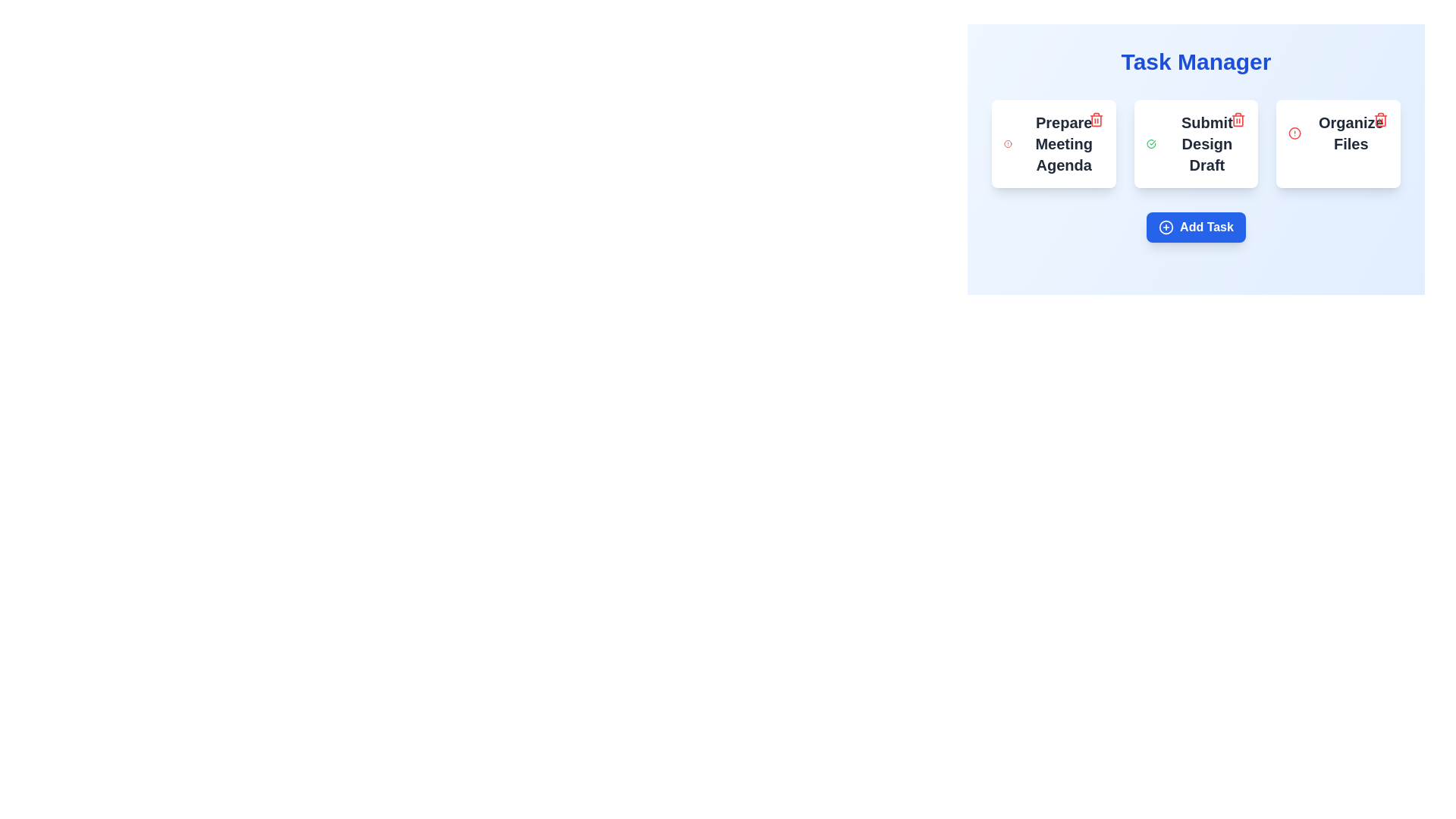 The height and width of the screenshot is (819, 1456). Describe the element at coordinates (1053, 143) in the screenshot. I see `on the 'Prepare Meeting Agenda' text label in the first Task card of the Task Manager` at that location.